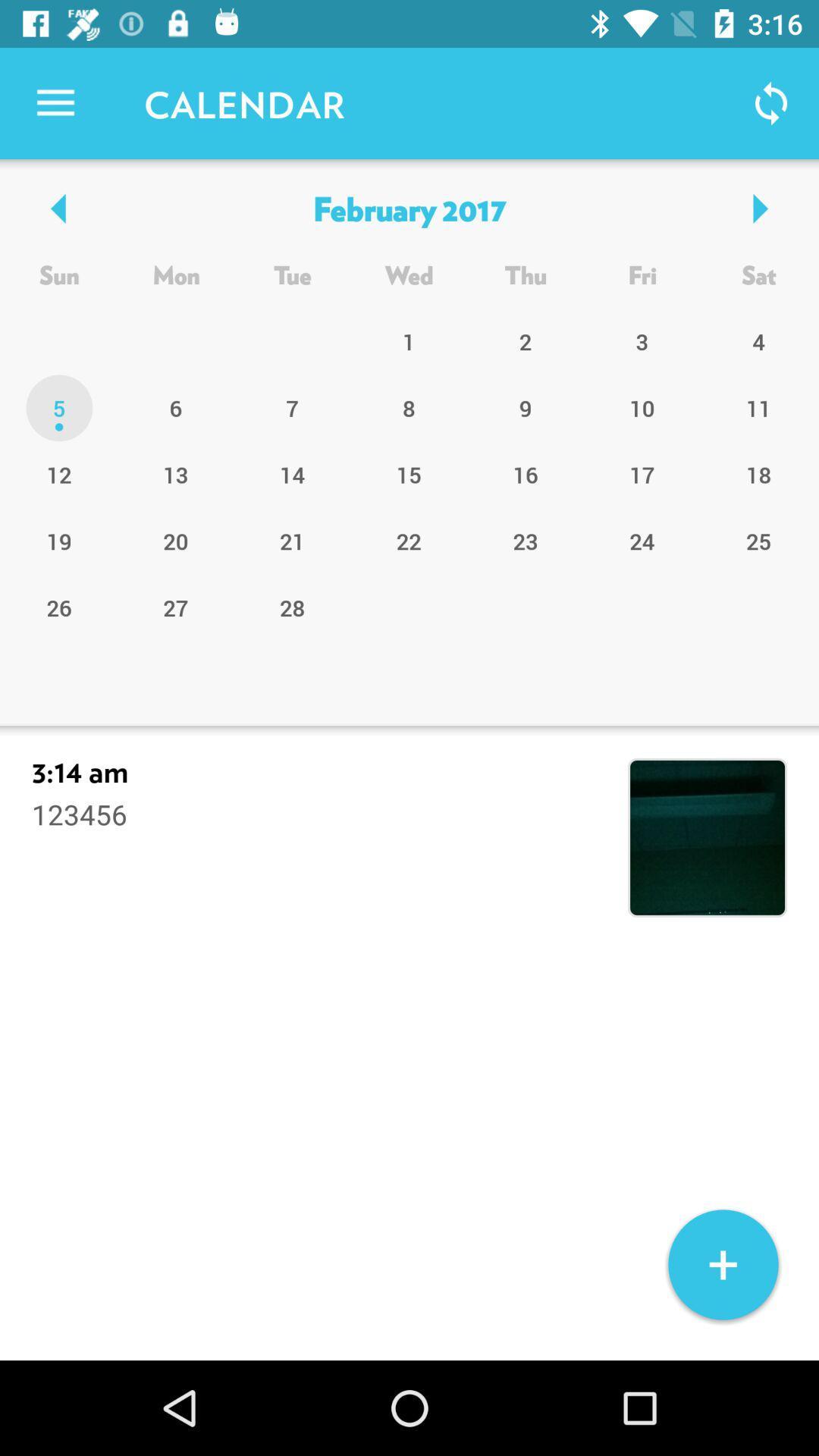 The height and width of the screenshot is (1456, 819). Describe the element at coordinates (758, 207) in the screenshot. I see `the play icon` at that location.